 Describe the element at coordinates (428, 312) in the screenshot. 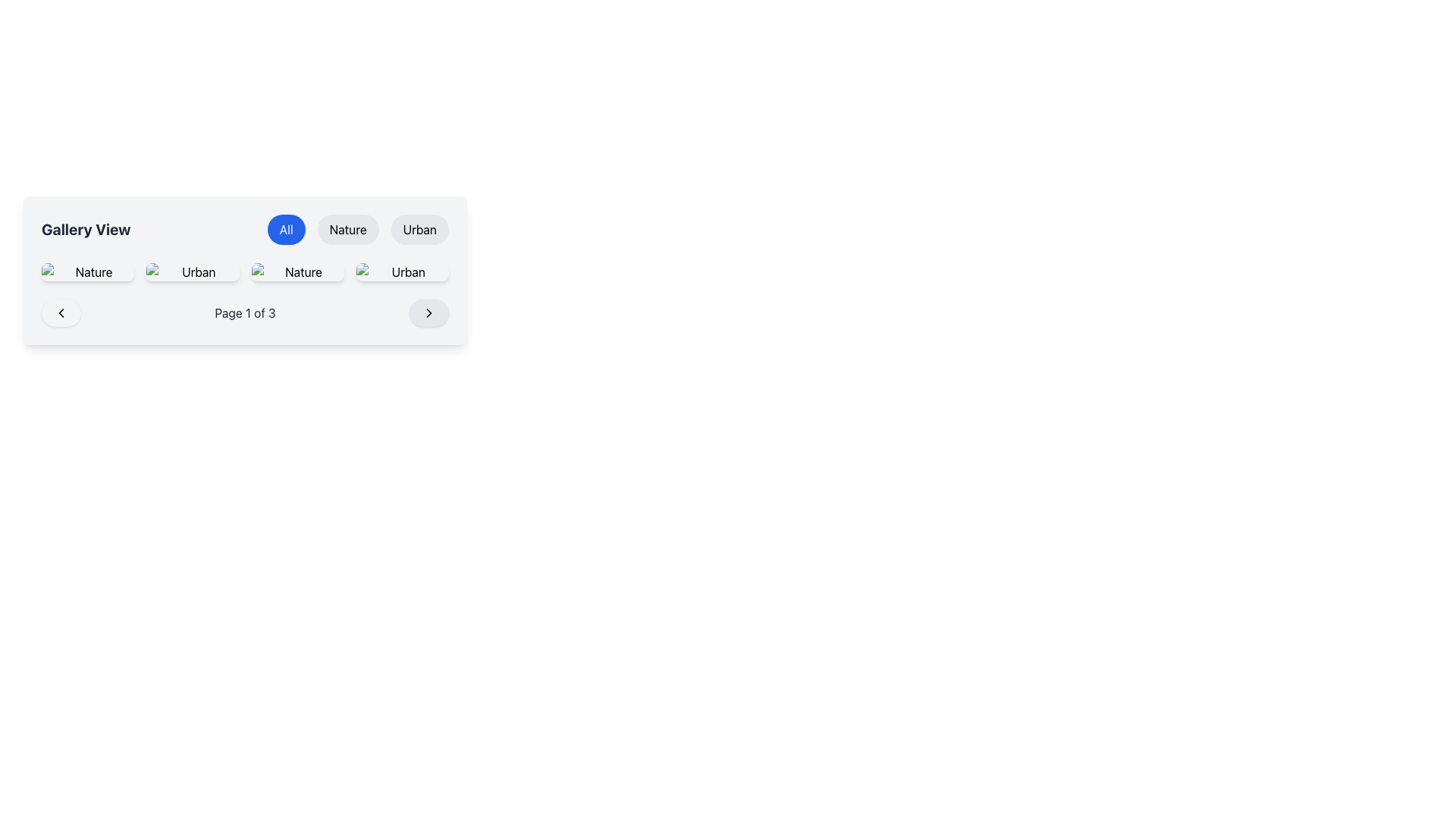

I see `the right-pointing chevron icon located in the pagination control section` at that location.